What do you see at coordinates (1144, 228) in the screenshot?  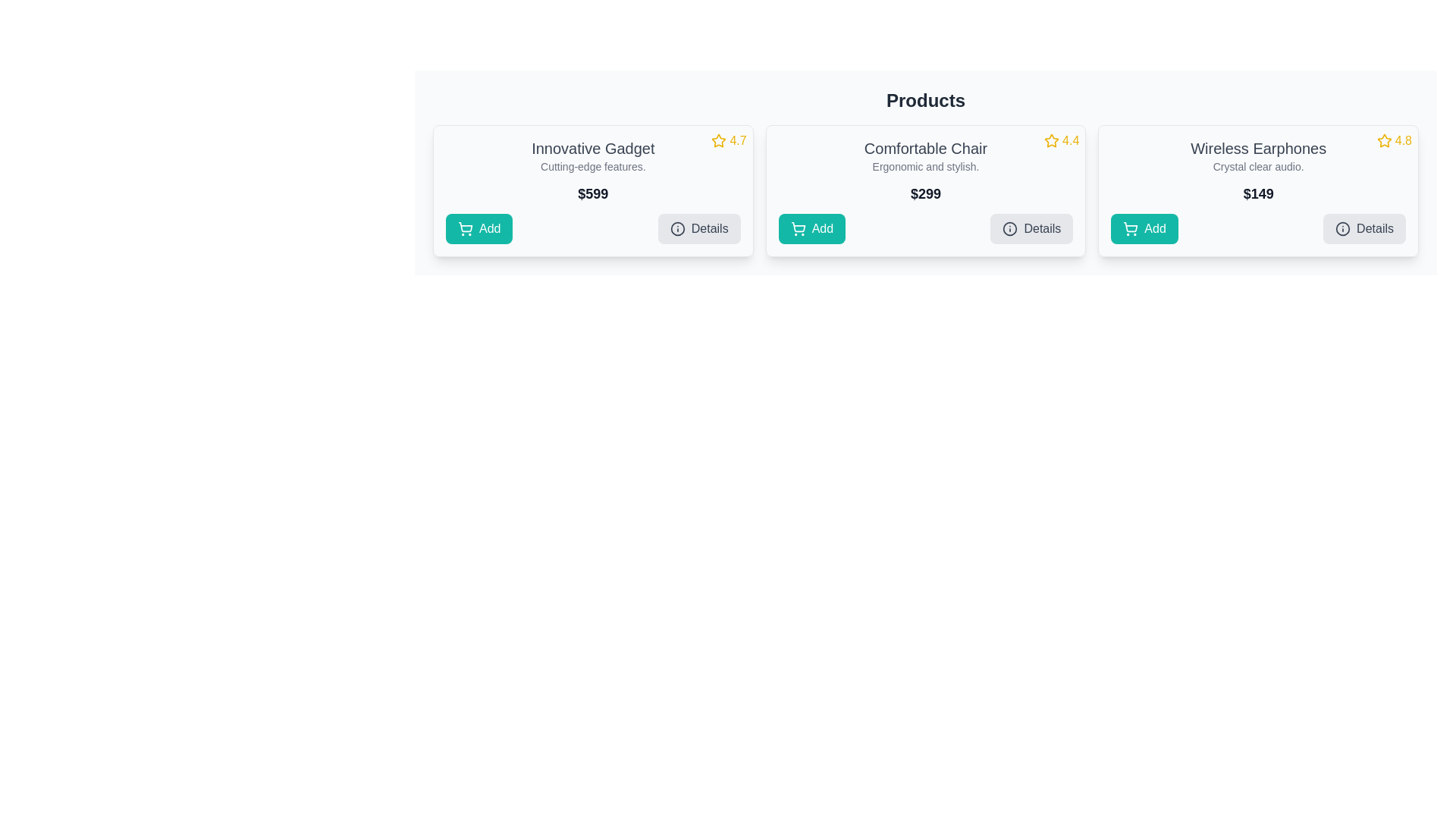 I see `the 'Add' button with a teal background and white text, featuring a shopping cart icon, located in the rightmost card of the three-card layout` at bounding box center [1144, 228].